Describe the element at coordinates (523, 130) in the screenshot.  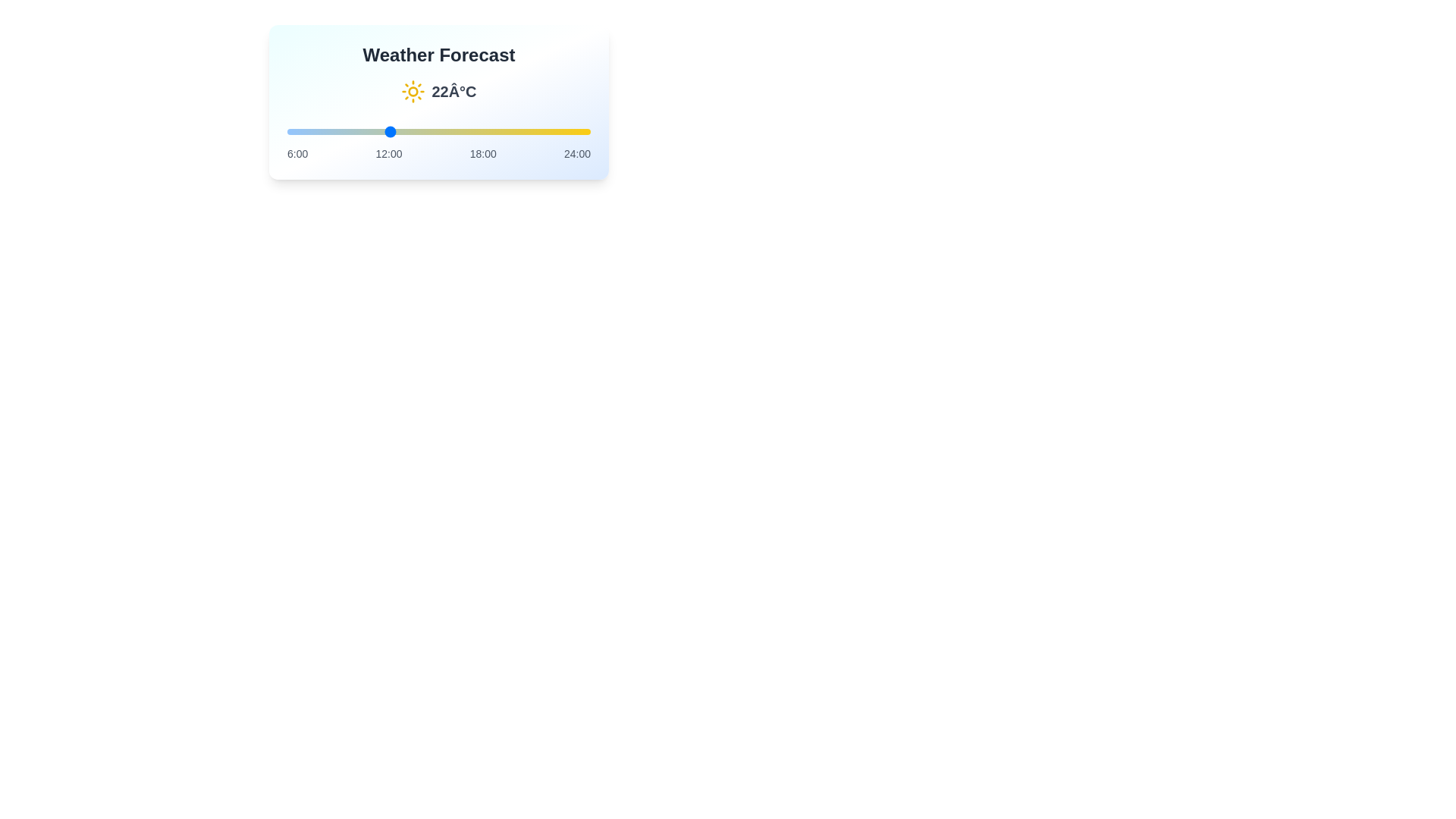
I see `the slider to set the hour to 20` at that location.